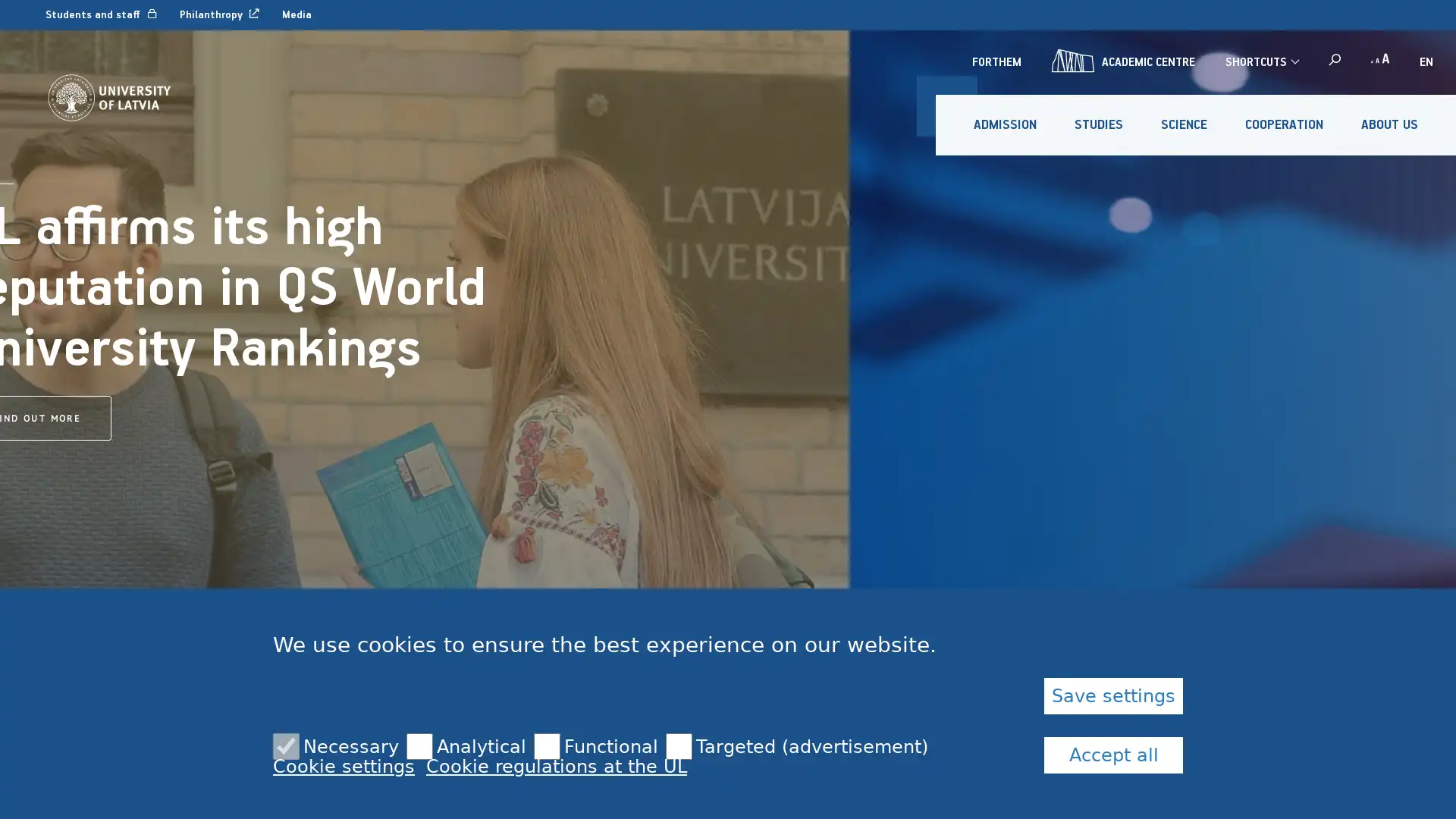 This screenshot has width=1456, height=819. Describe the element at coordinates (1113, 755) in the screenshot. I see `Accept all` at that location.